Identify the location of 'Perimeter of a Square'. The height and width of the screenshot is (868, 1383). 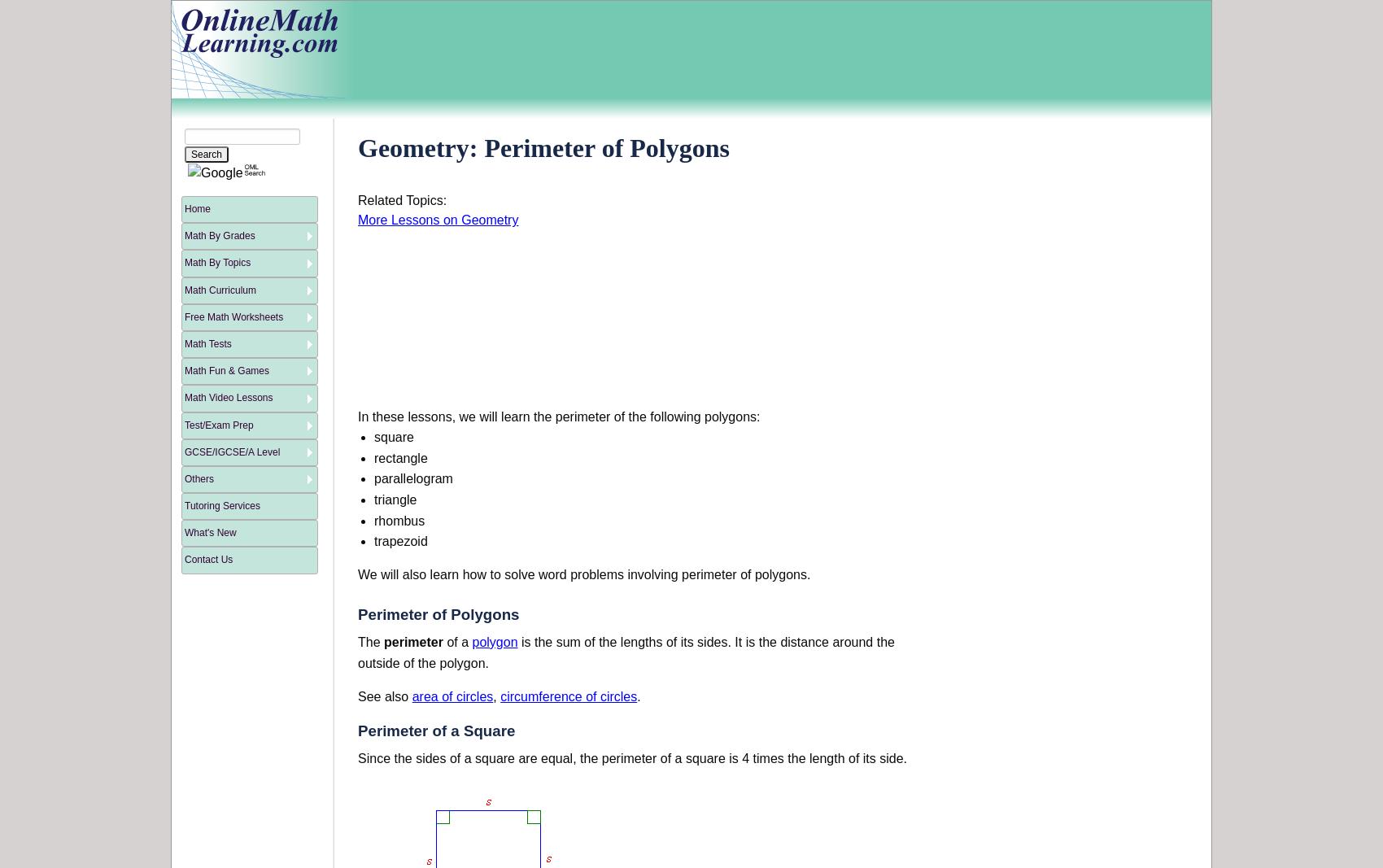
(435, 730).